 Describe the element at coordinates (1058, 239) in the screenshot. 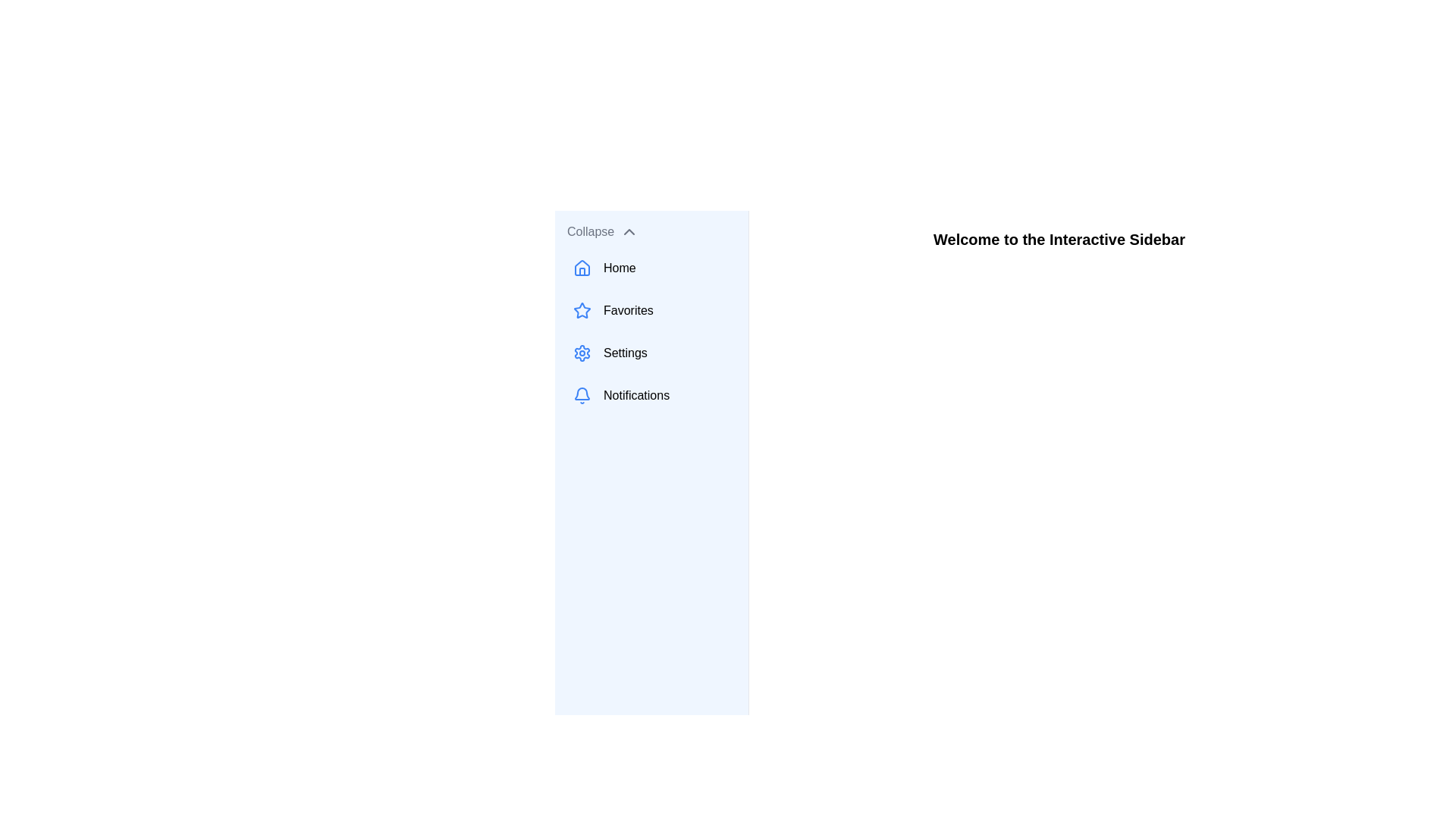

I see `the prominently styled title or heading located near the top-right section of the main content area` at that location.